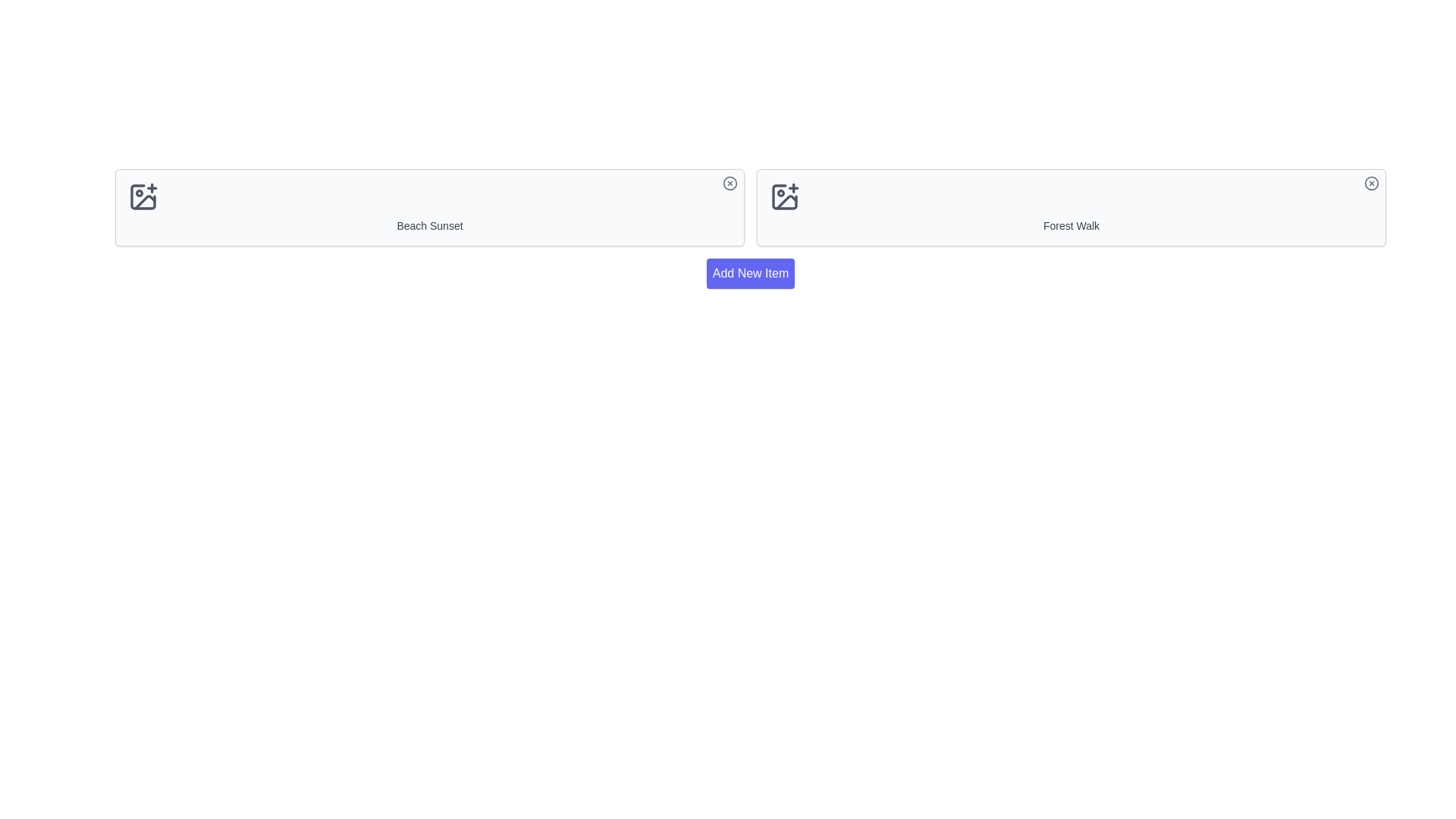 The image size is (1456, 819). I want to click on the Card component titled 'Beach Sunset', which is the first card in a two-column grid layout, located on the left side, so click(428, 207).